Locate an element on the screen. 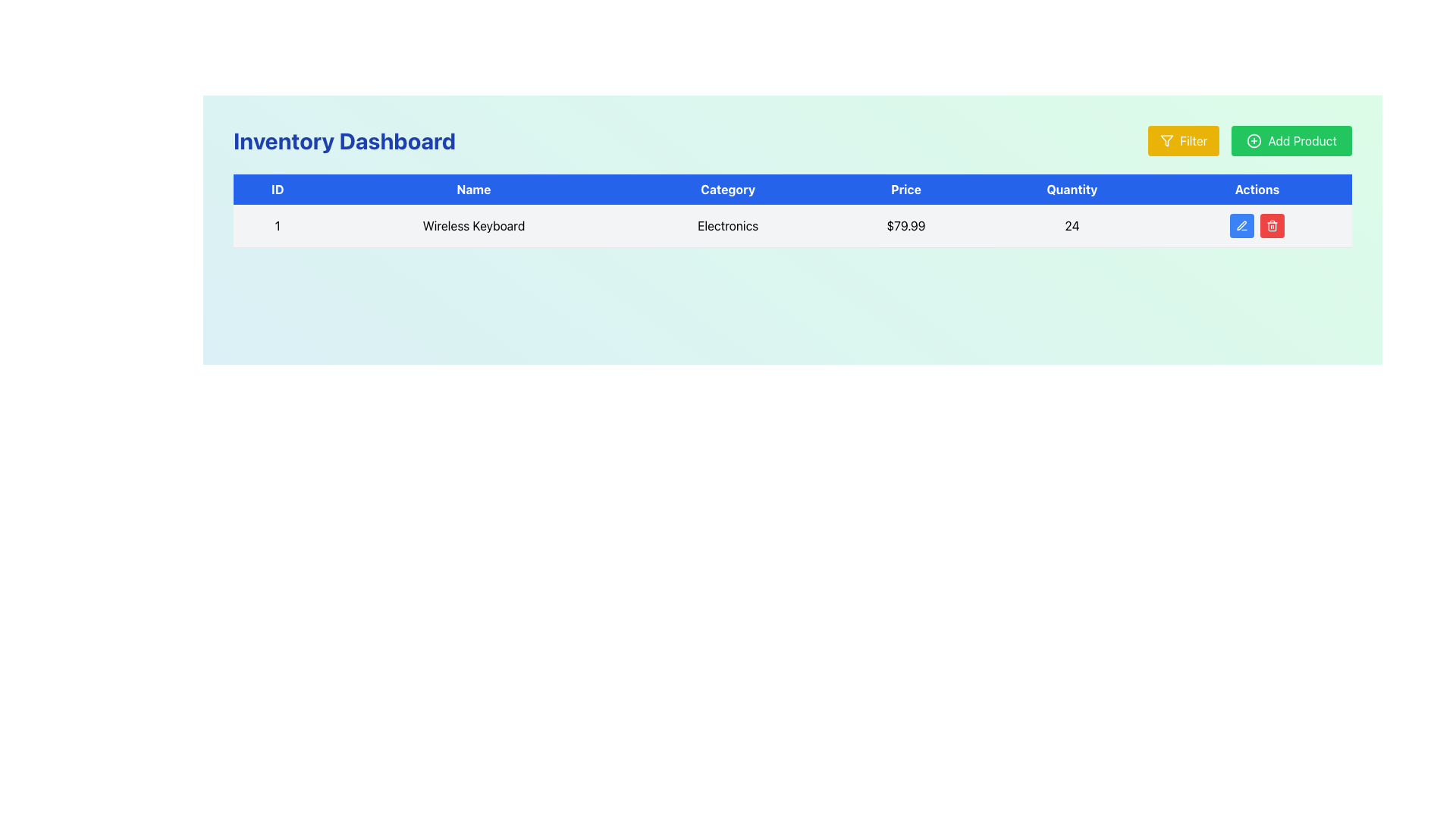 The height and width of the screenshot is (819, 1456). the button used to add a new product to the inventory, located to the right of the 'Filter' button in the top-right section of the interface is located at coordinates (1291, 140).